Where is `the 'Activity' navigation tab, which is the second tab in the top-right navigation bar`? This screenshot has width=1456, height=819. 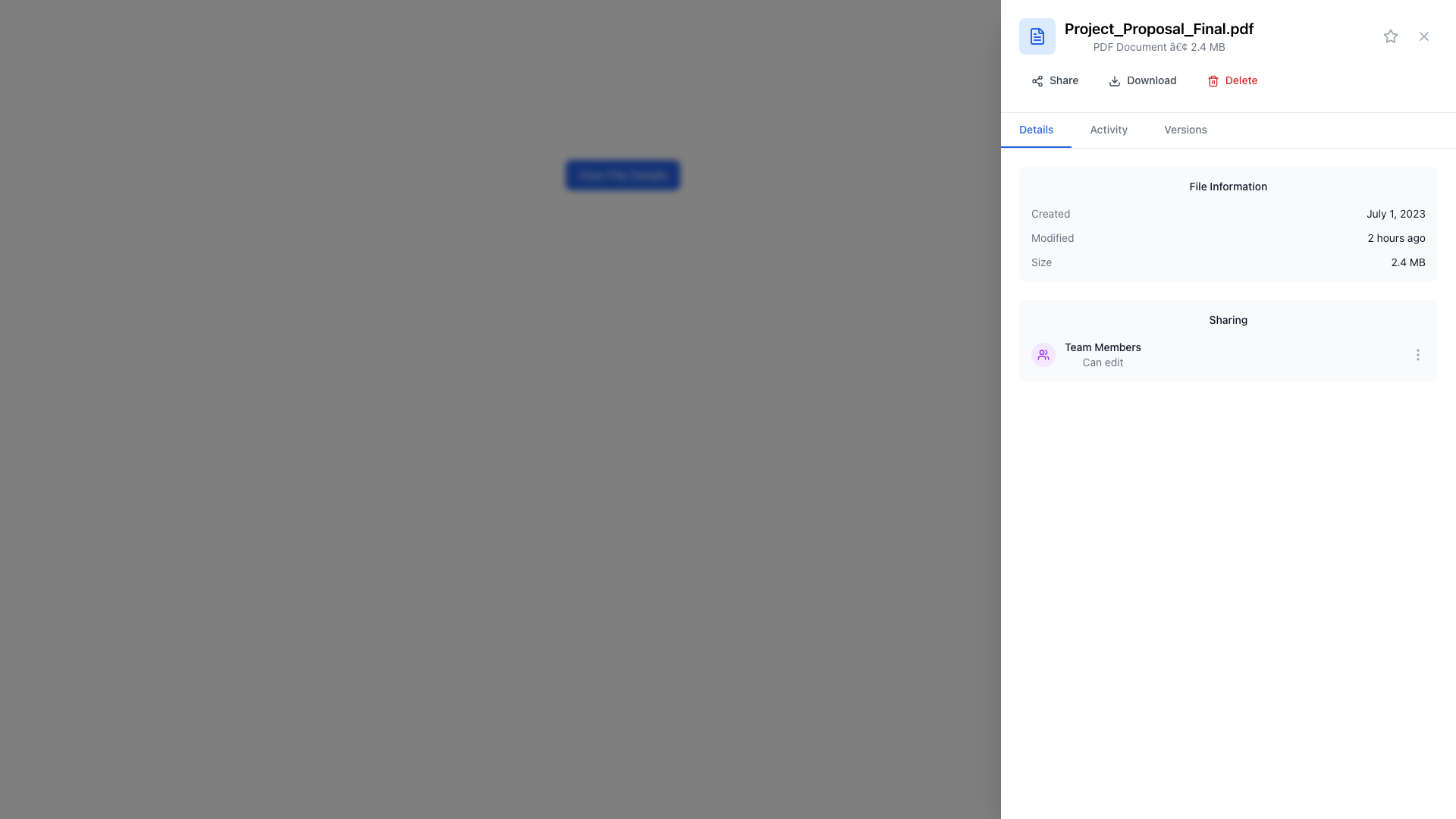
the 'Activity' navigation tab, which is the second tab in the top-right navigation bar is located at coordinates (1109, 130).